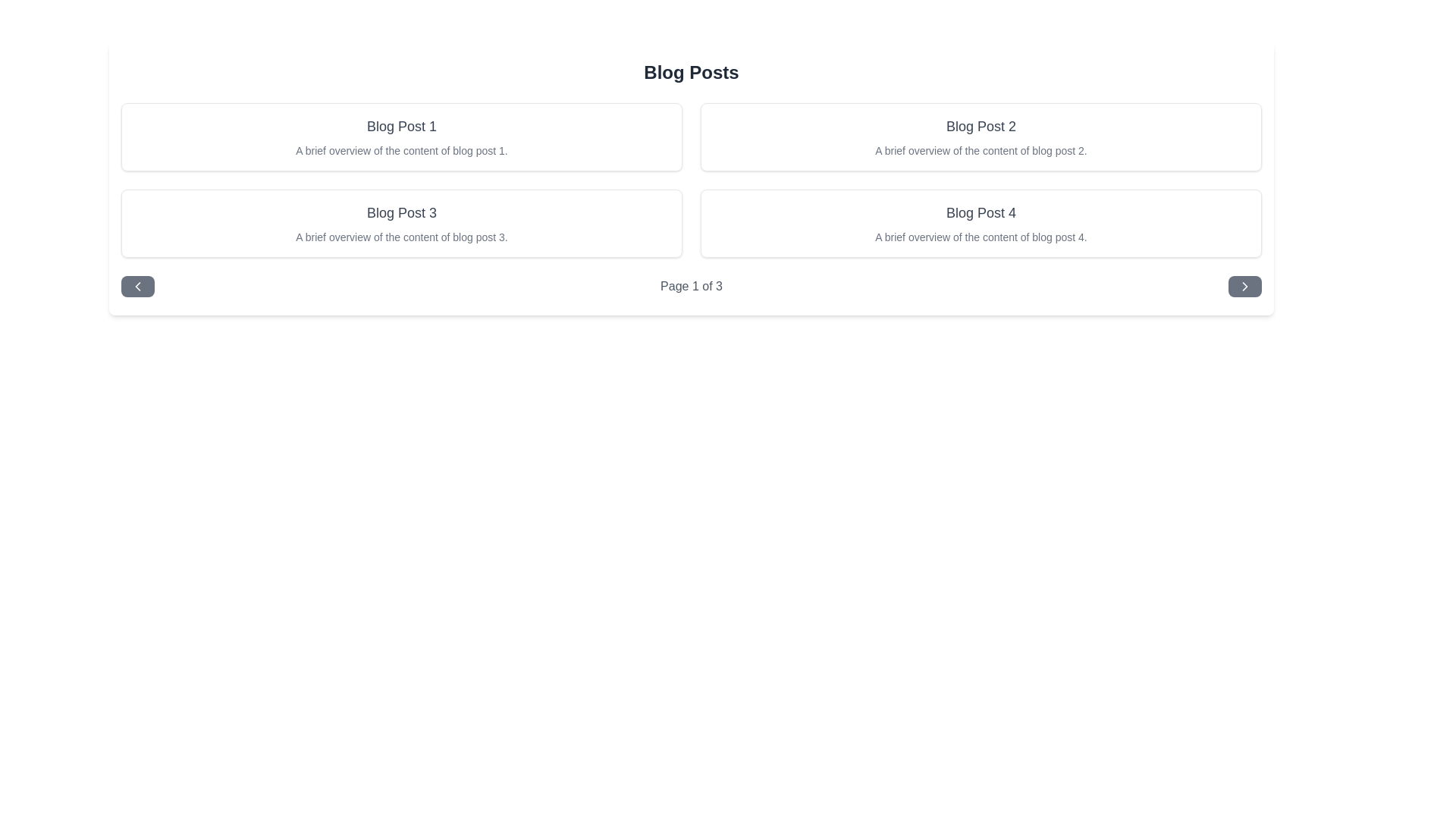 Image resolution: width=1456 pixels, height=819 pixels. I want to click on the rightward chevron icon embedded within the rounded rectangular button with a dark gray background to move to the next page of items, so click(1244, 287).